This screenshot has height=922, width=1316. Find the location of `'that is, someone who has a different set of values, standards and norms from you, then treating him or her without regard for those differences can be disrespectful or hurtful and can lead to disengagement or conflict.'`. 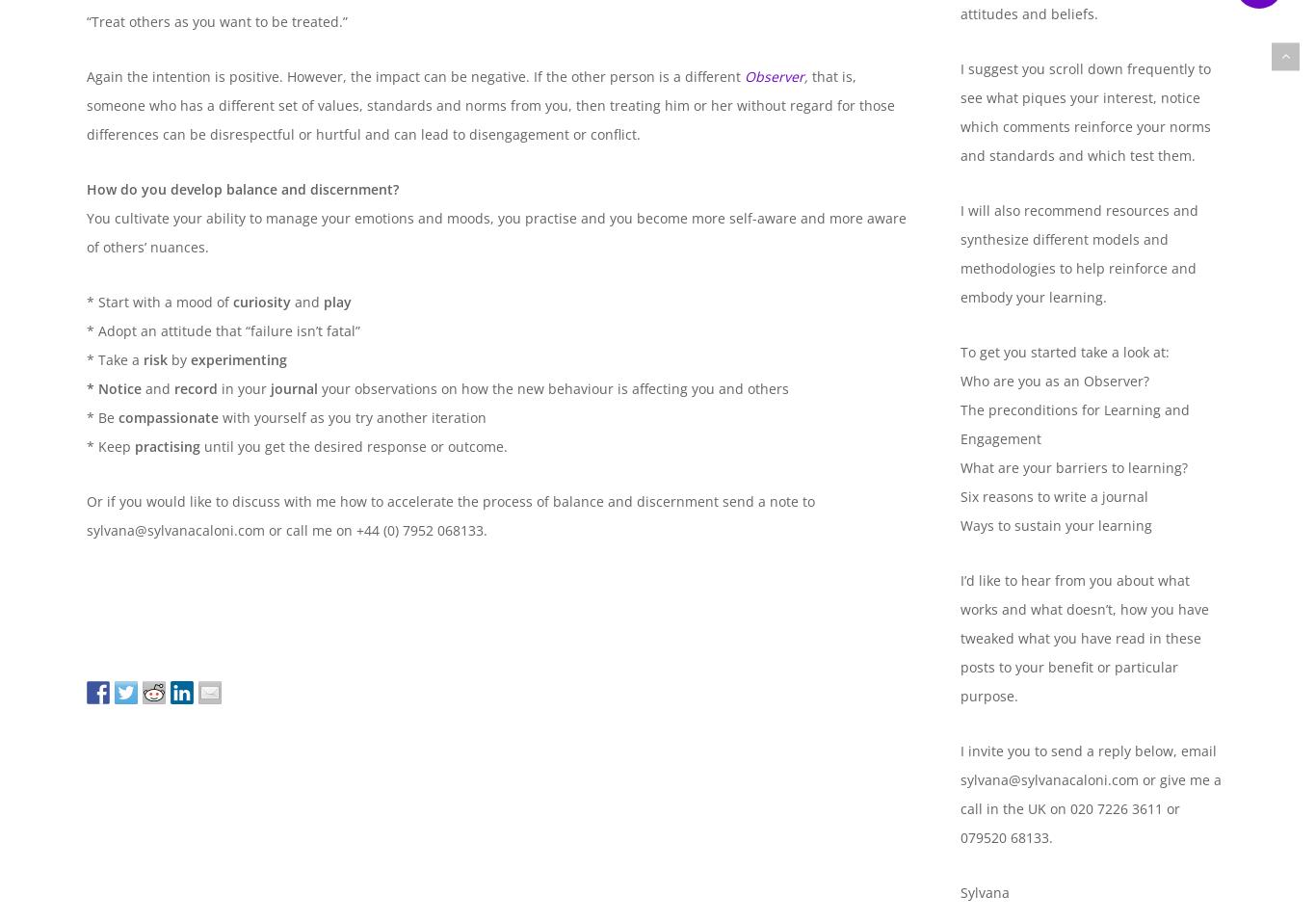

'that is, someone who has a different set of values, standards and norms from you, then treating him or her without regard for those differences can be disrespectful or hurtful and can lead to disengagement or conflict.' is located at coordinates (490, 105).